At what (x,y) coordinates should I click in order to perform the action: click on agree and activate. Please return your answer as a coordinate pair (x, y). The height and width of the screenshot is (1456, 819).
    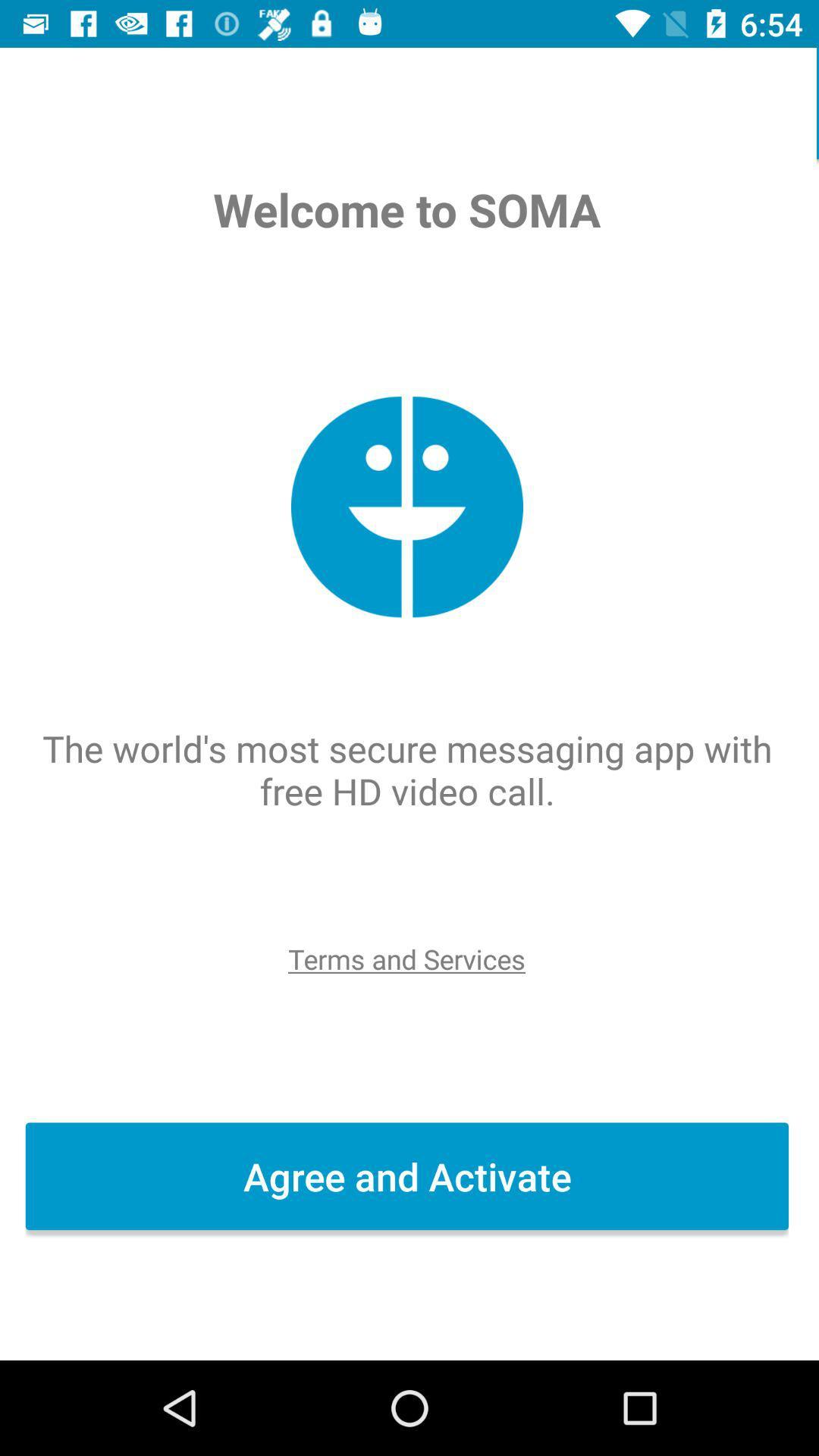
    Looking at the image, I should click on (409, 1175).